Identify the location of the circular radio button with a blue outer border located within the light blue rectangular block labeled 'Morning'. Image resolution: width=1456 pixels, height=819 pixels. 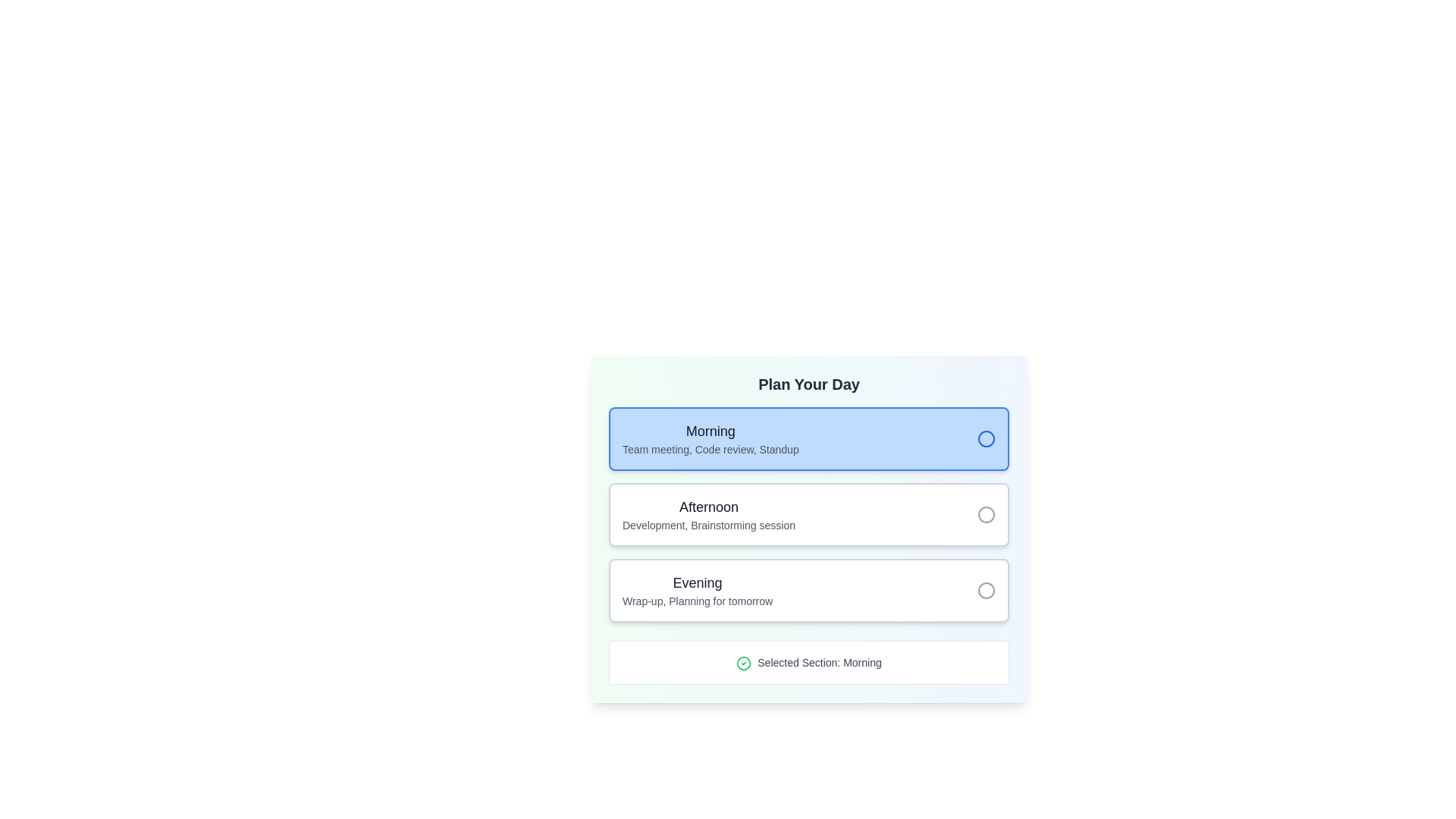
(986, 438).